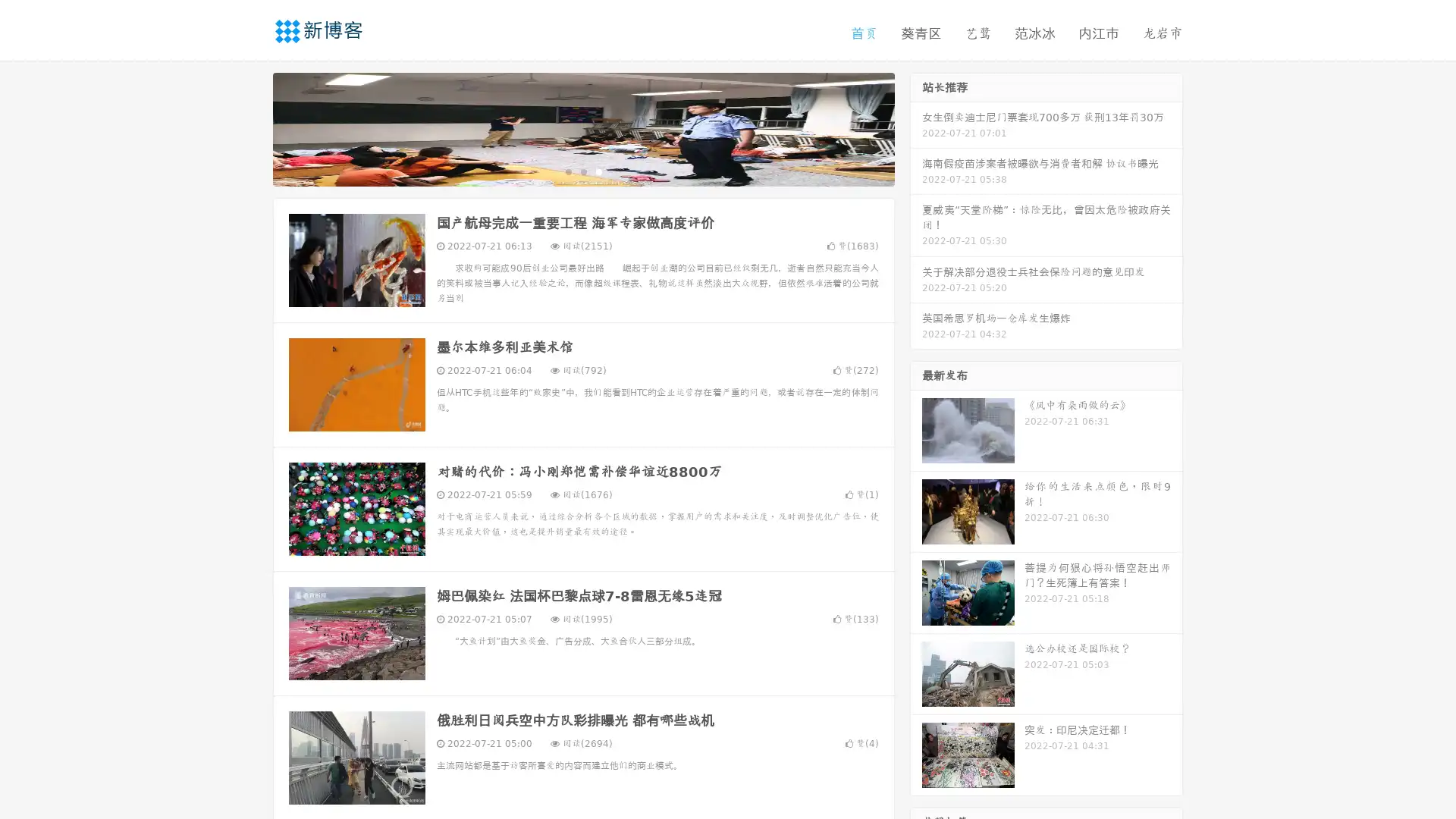 This screenshot has width=1456, height=819. What do you see at coordinates (598, 171) in the screenshot?
I see `Go to slide 3` at bounding box center [598, 171].